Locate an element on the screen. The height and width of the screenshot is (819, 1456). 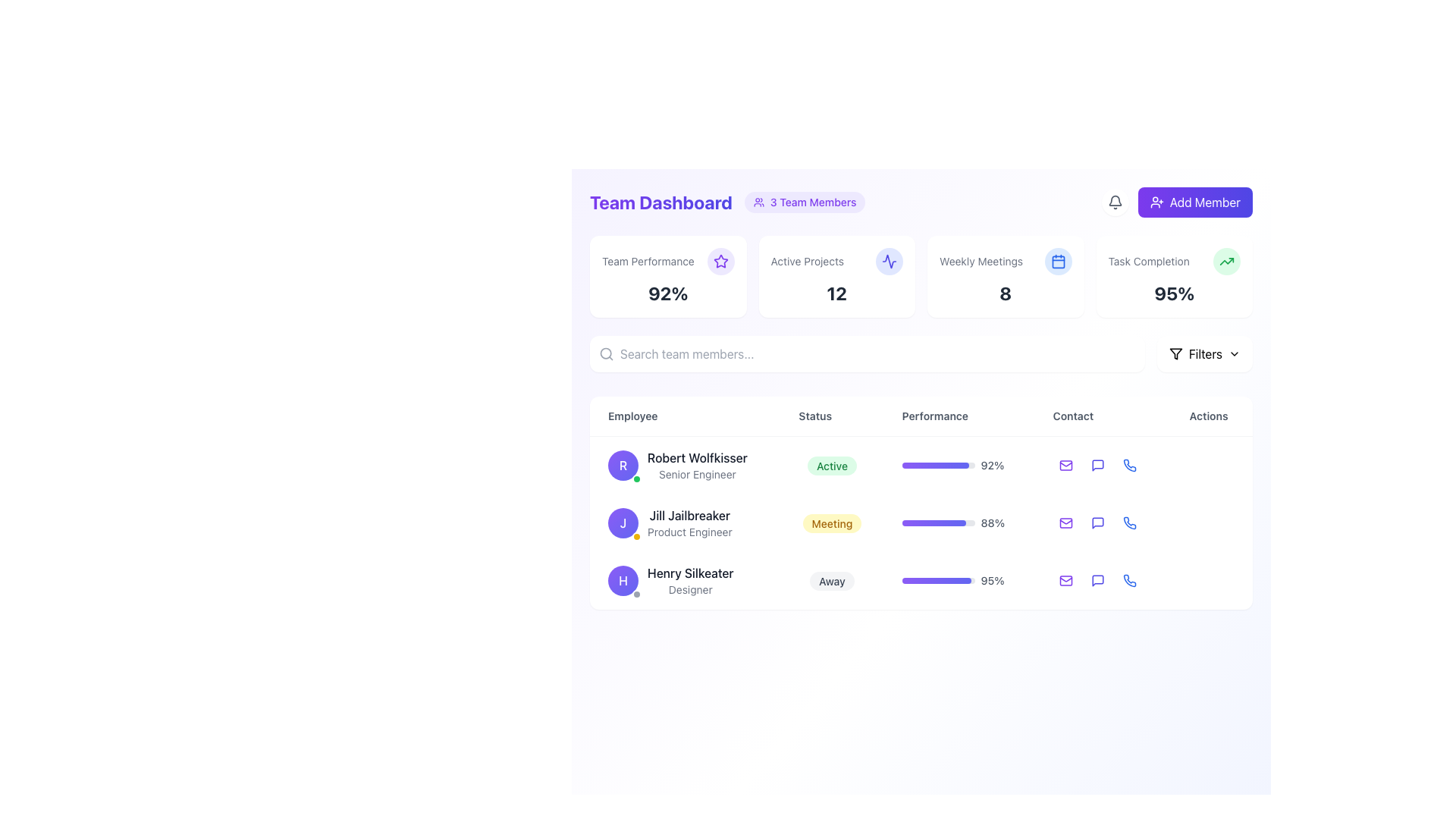
the progress bar representing the performance percentage (95%) of Henry Silkeater in the third row of the 'Performance' column is located at coordinates (959, 580).